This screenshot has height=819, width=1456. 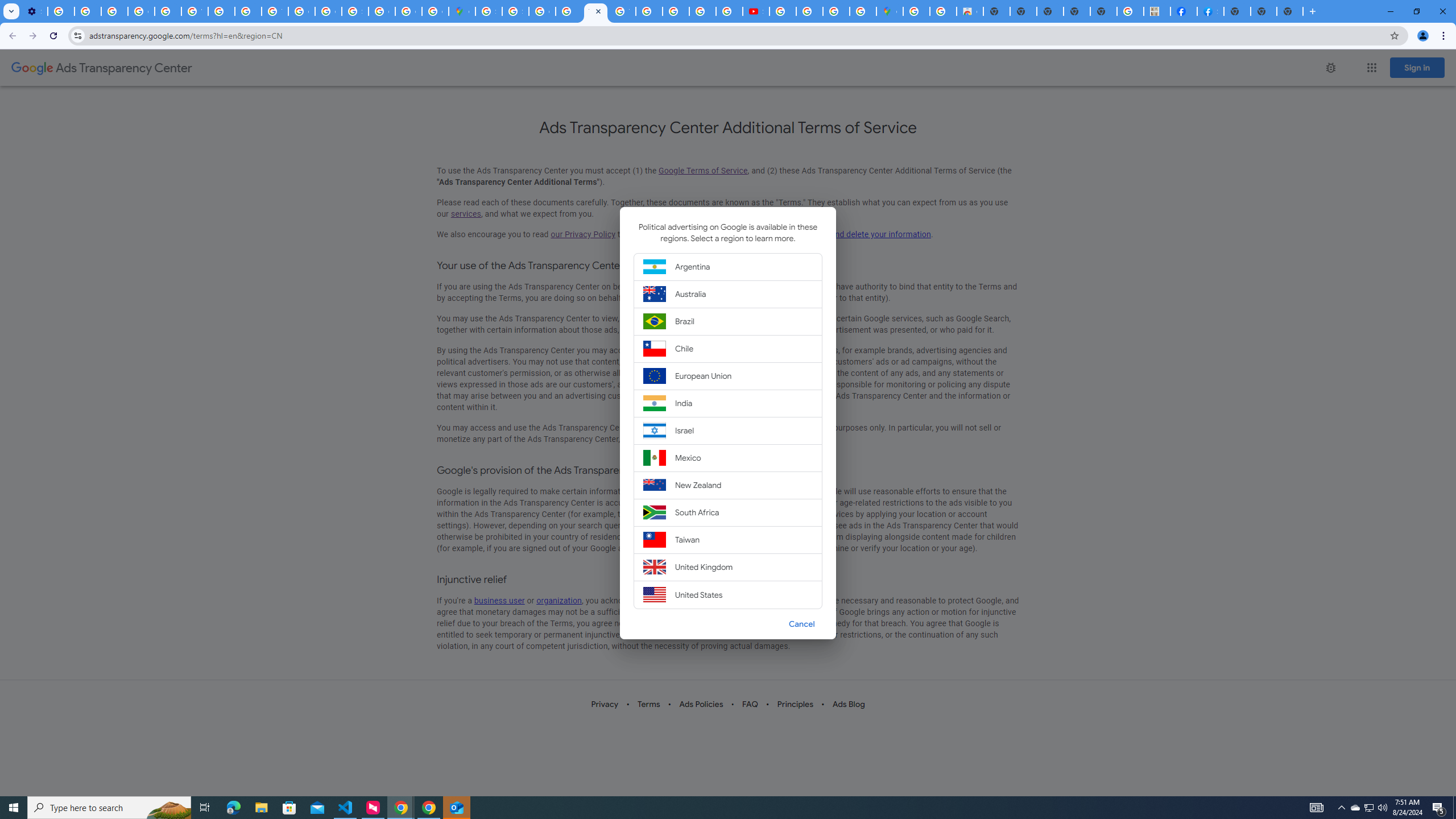 What do you see at coordinates (248, 11) in the screenshot?
I see `'Privacy Help Center - Policies Help'` at bounding box center [248, 11].